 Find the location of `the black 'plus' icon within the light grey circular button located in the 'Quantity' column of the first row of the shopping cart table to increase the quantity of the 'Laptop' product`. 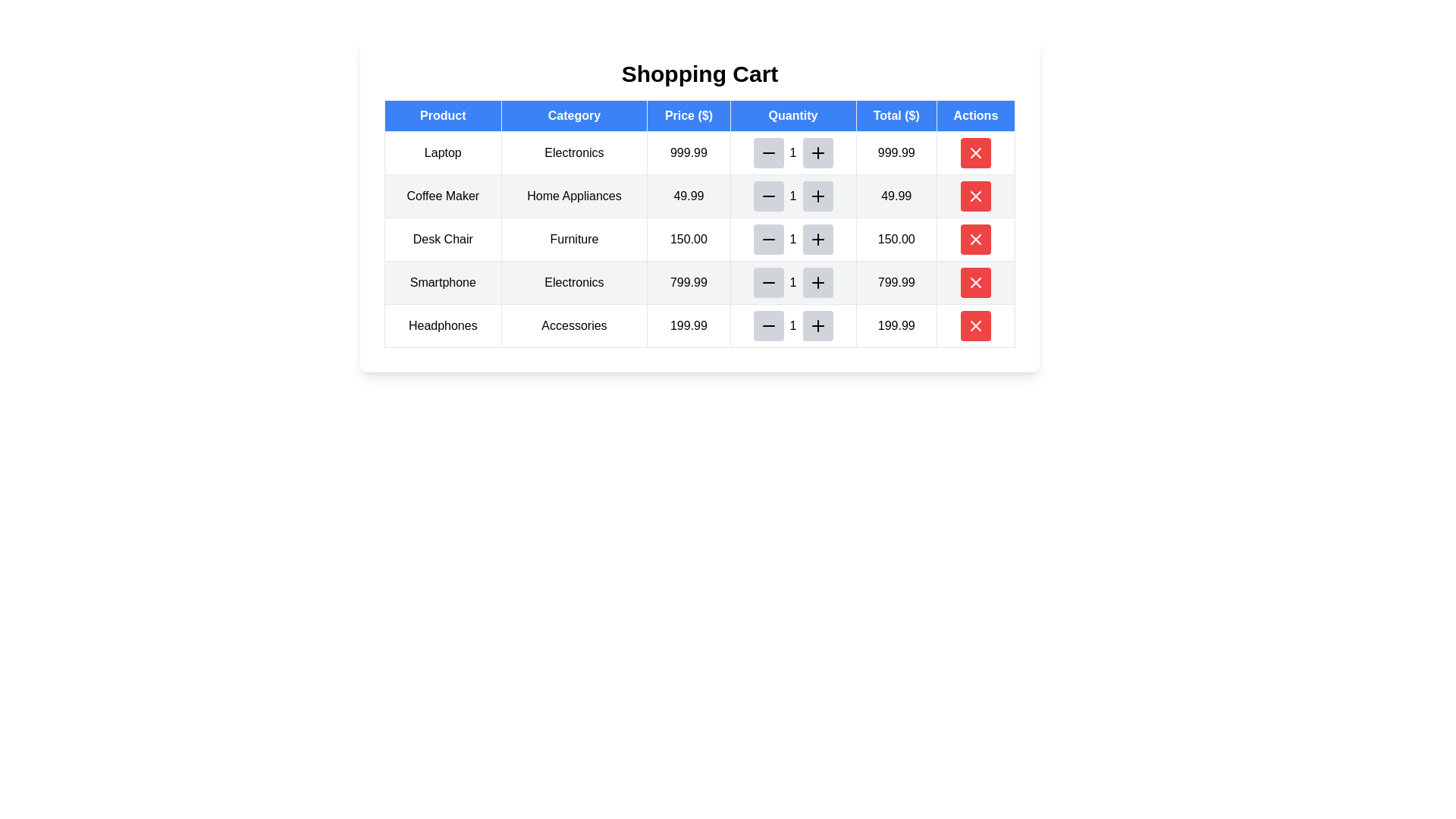

the black 'plus' icon within the light grey circular button located in the 'Quantity' column of the first row of the shopping cart table to increase the quantity of the 'Laptop' product is located at coordinates (817, 152).